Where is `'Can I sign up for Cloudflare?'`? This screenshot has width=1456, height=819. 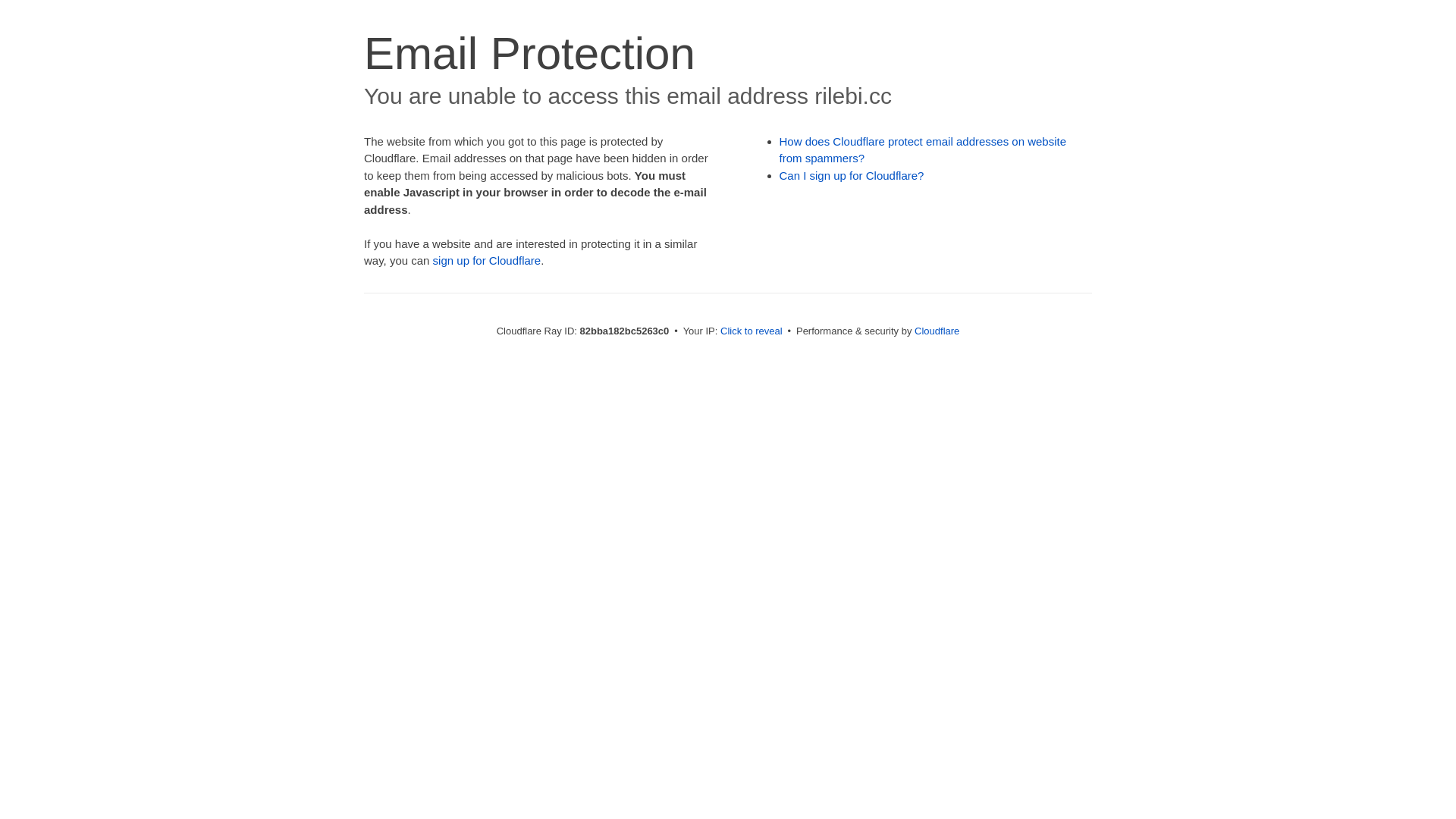 'Can I sign up for Cloudflare?' is located at coordinates (852, 174).